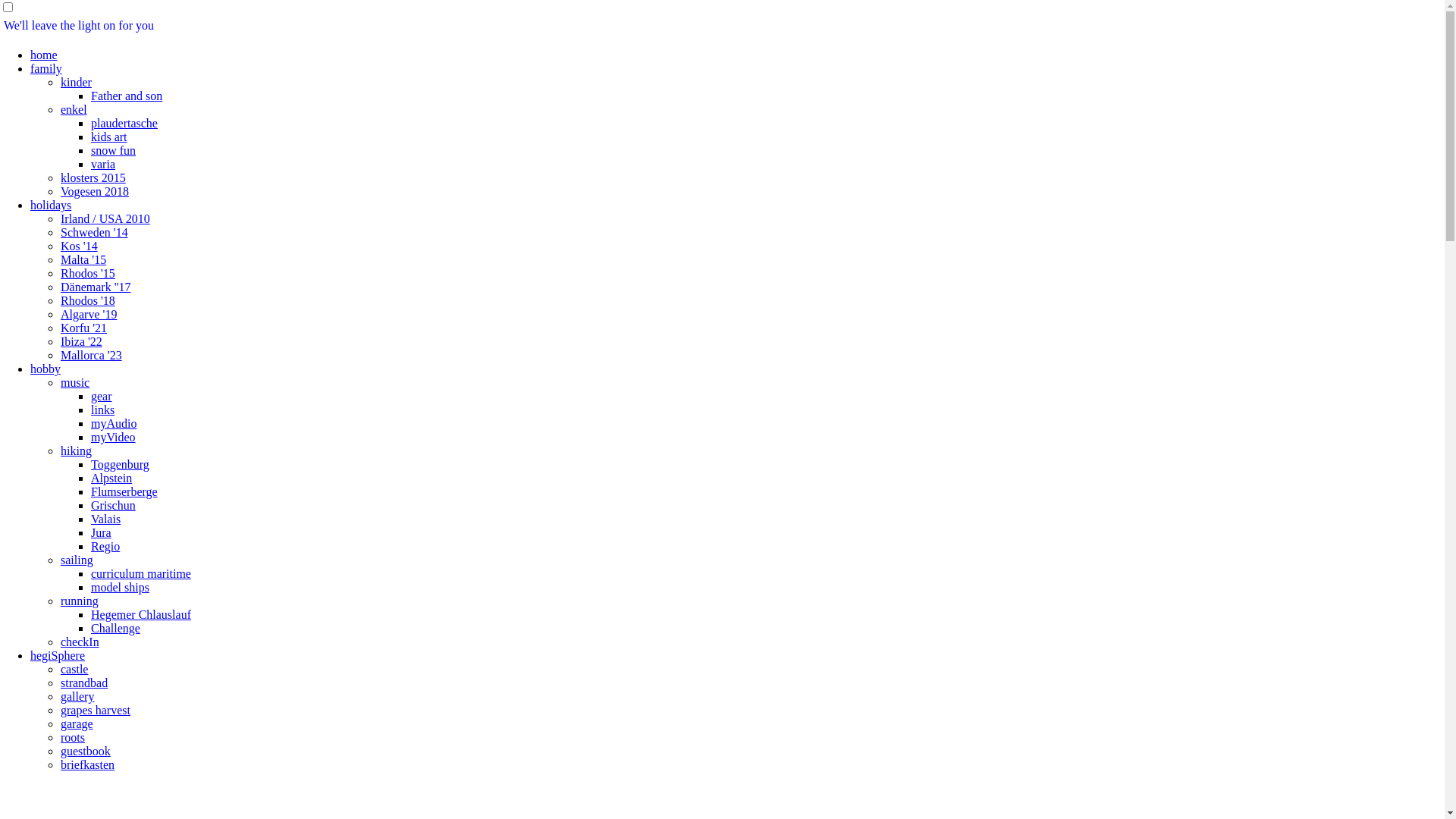 Image resolution: width=1456 pixels, height=819 pixels. I want to click on 'enkel', so click(73, 108).